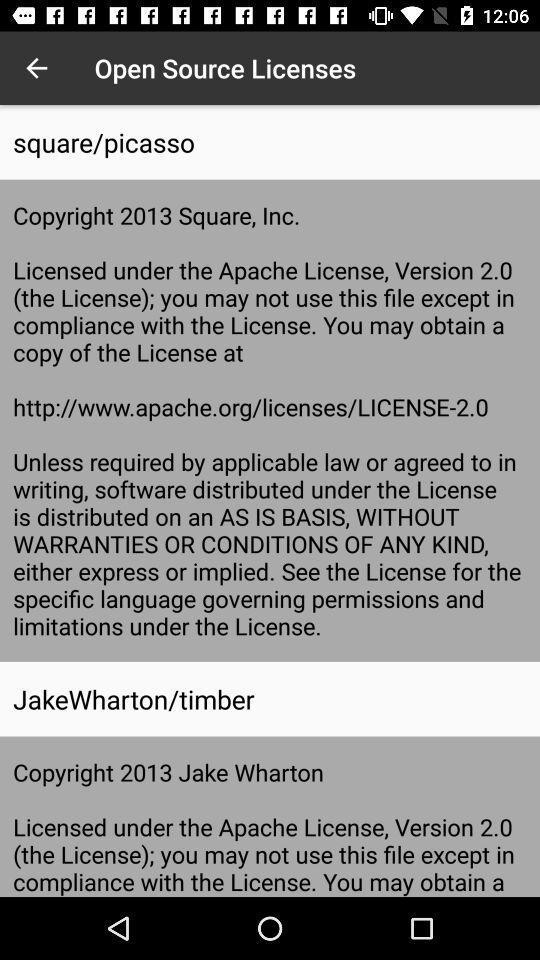 This screenshot has width=540, height=960. Describe the element at coordinates (36, 68) in the screenshot. I see `icon above square/picasso icon` at that location.